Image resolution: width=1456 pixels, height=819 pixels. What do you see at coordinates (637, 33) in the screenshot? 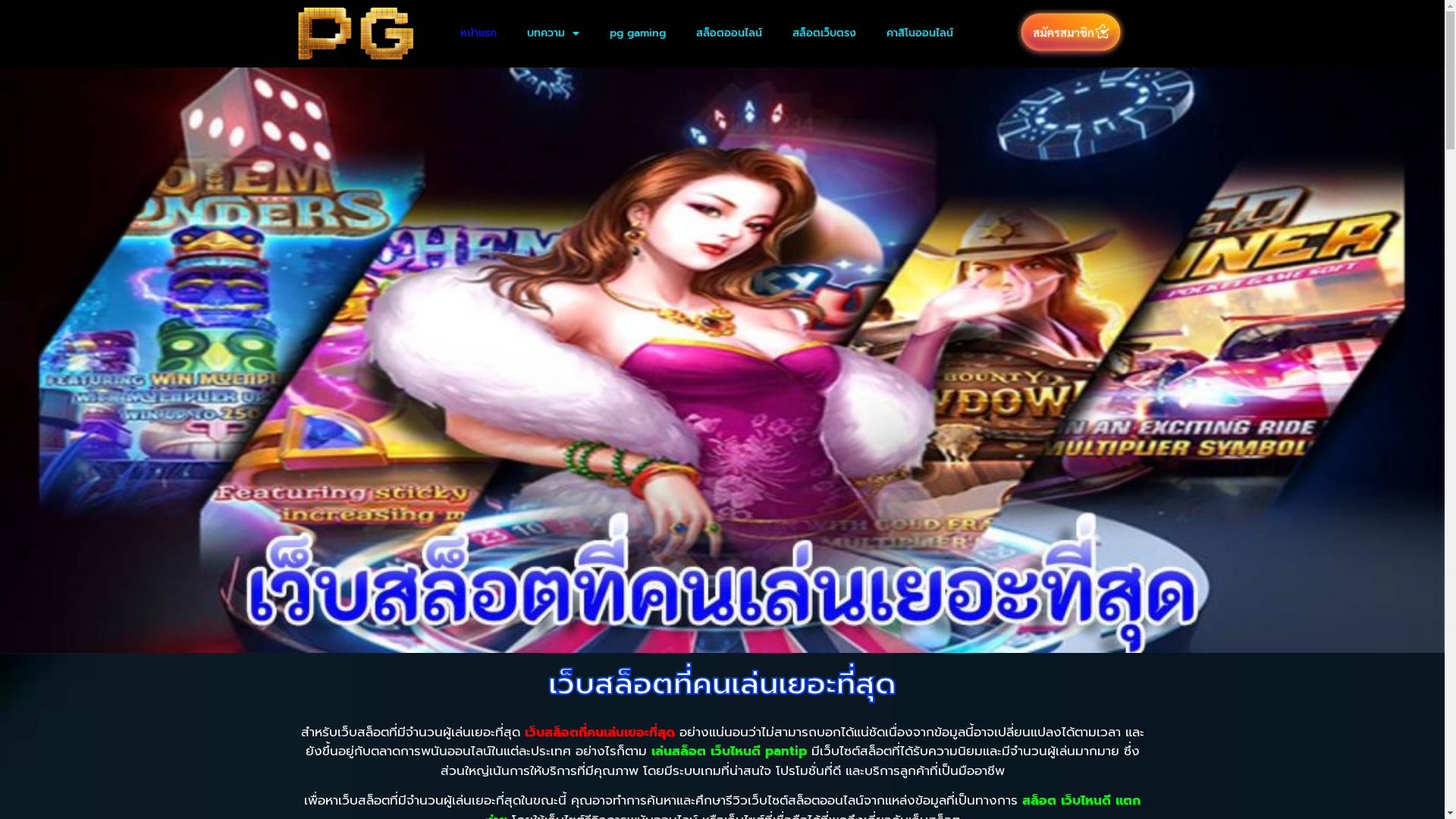
I see `'pg gaming'` at bounding box center [637, 33].